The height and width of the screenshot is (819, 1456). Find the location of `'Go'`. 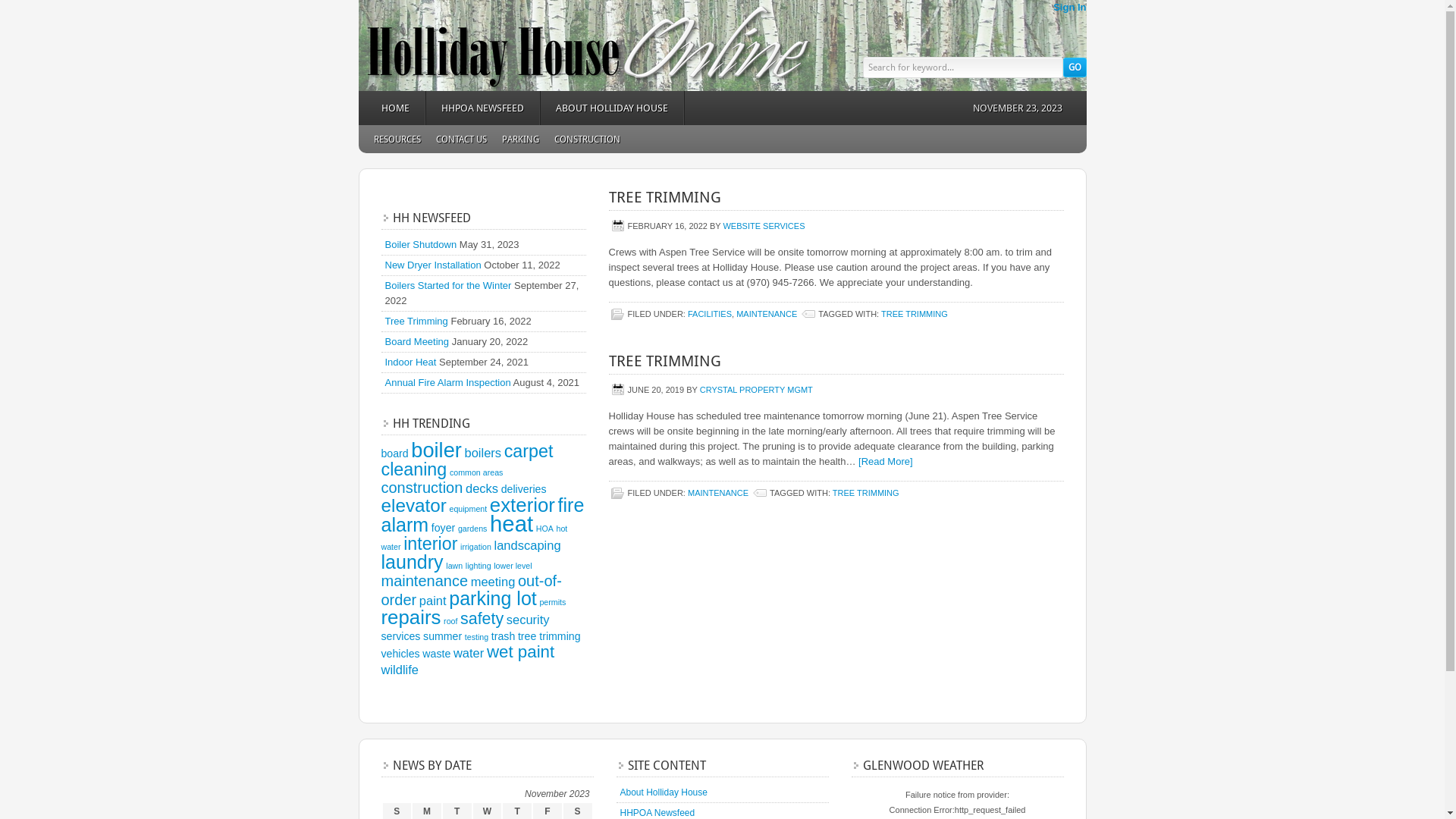

'Go' is located at coordinates (1074, 66).